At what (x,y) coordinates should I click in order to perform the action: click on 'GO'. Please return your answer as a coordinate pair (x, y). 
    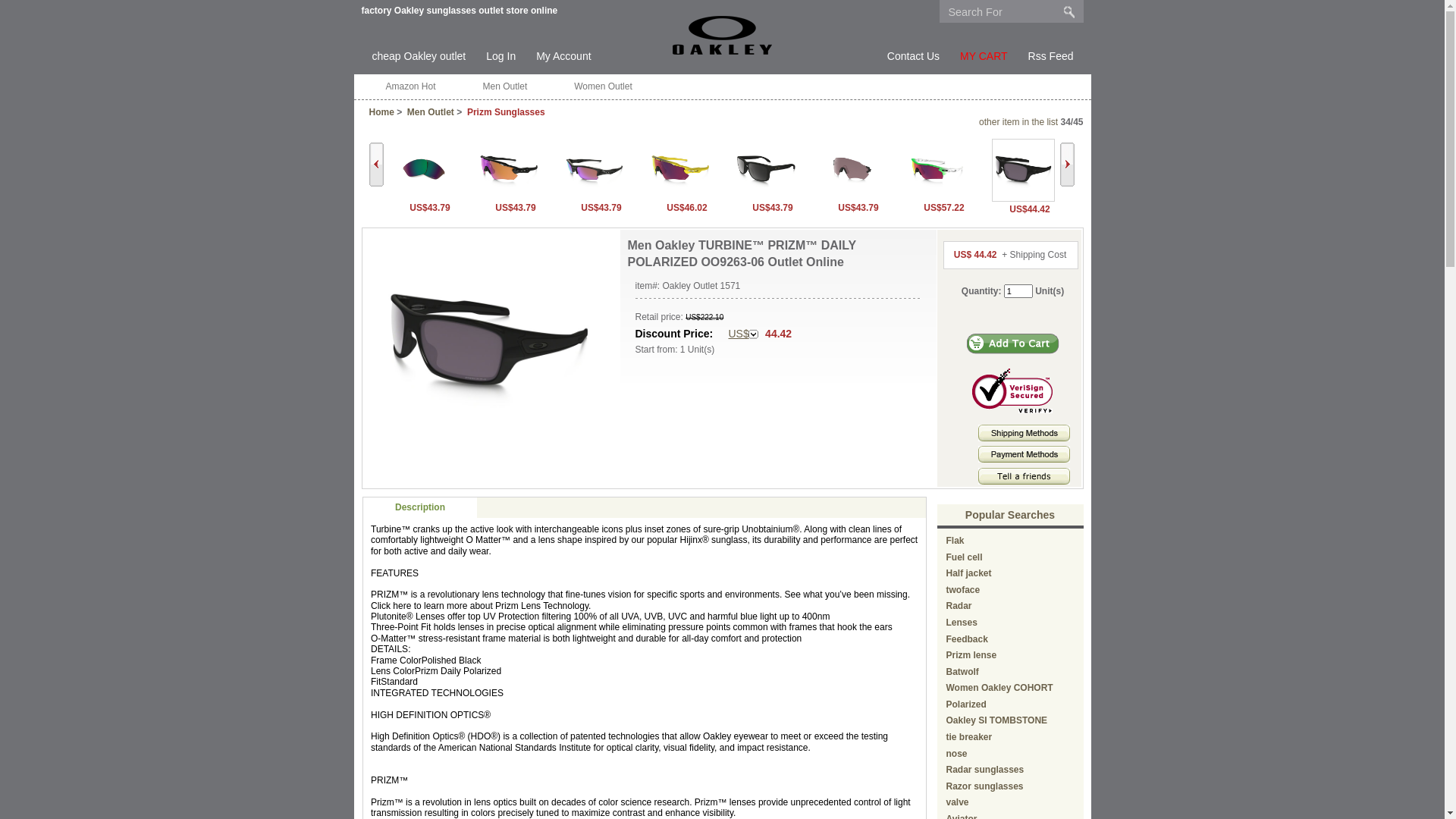
    Looking at the image, I should click on (1068, 11).